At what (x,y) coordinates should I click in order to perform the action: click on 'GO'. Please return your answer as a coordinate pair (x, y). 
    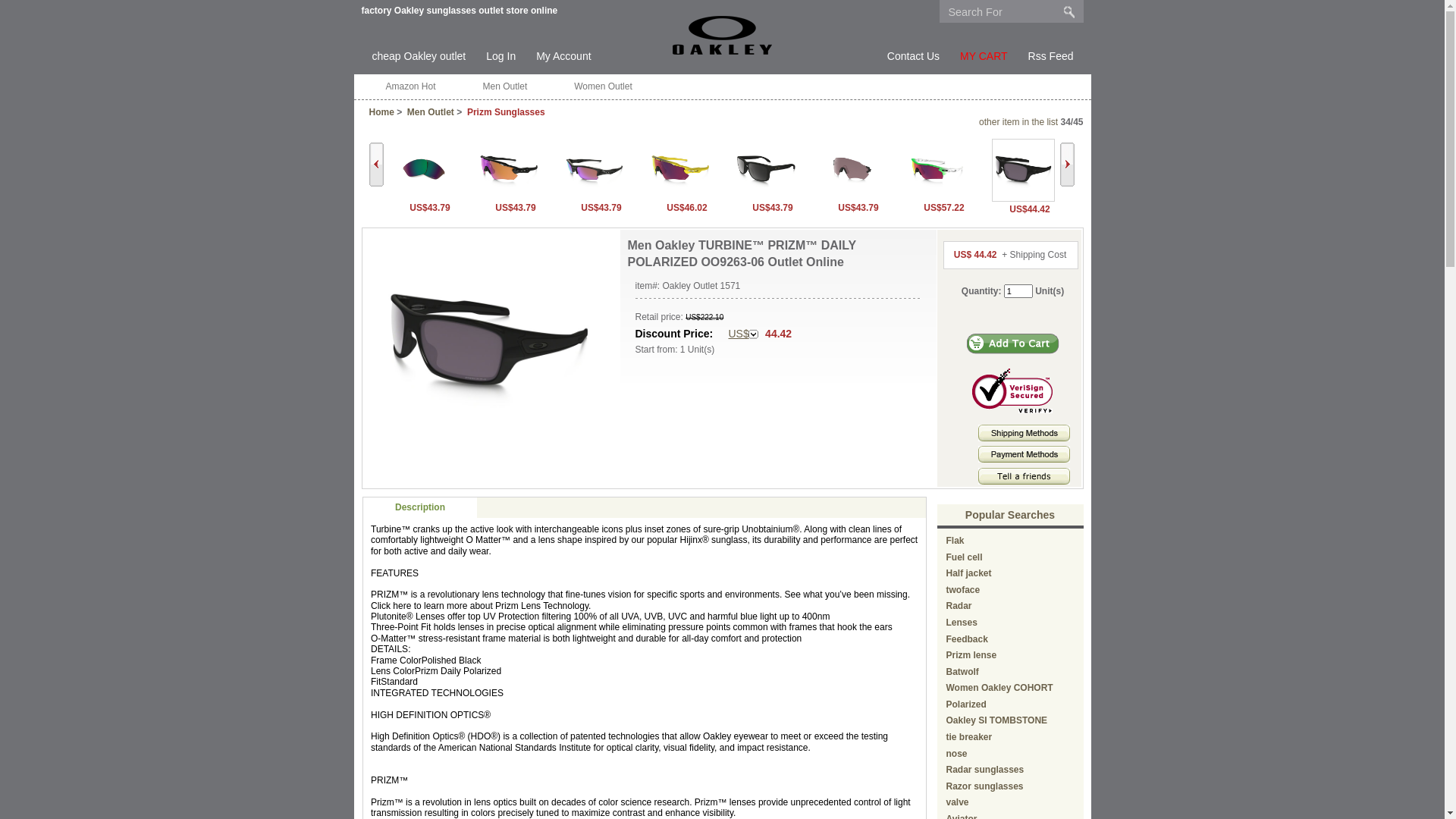
    Looking at the image, I should click on (1068, 11).